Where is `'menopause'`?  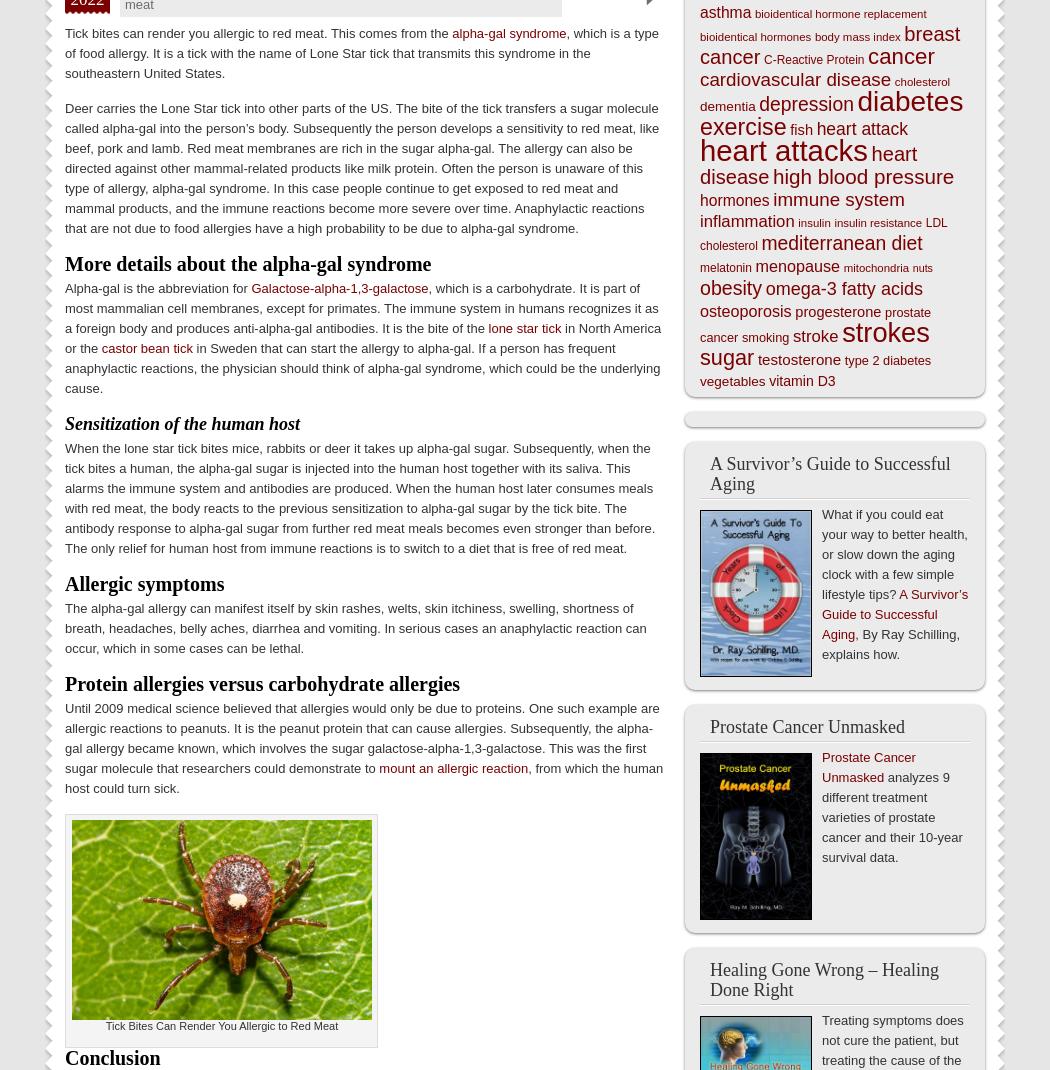
'menopause' is located at coordinates (796, 265).